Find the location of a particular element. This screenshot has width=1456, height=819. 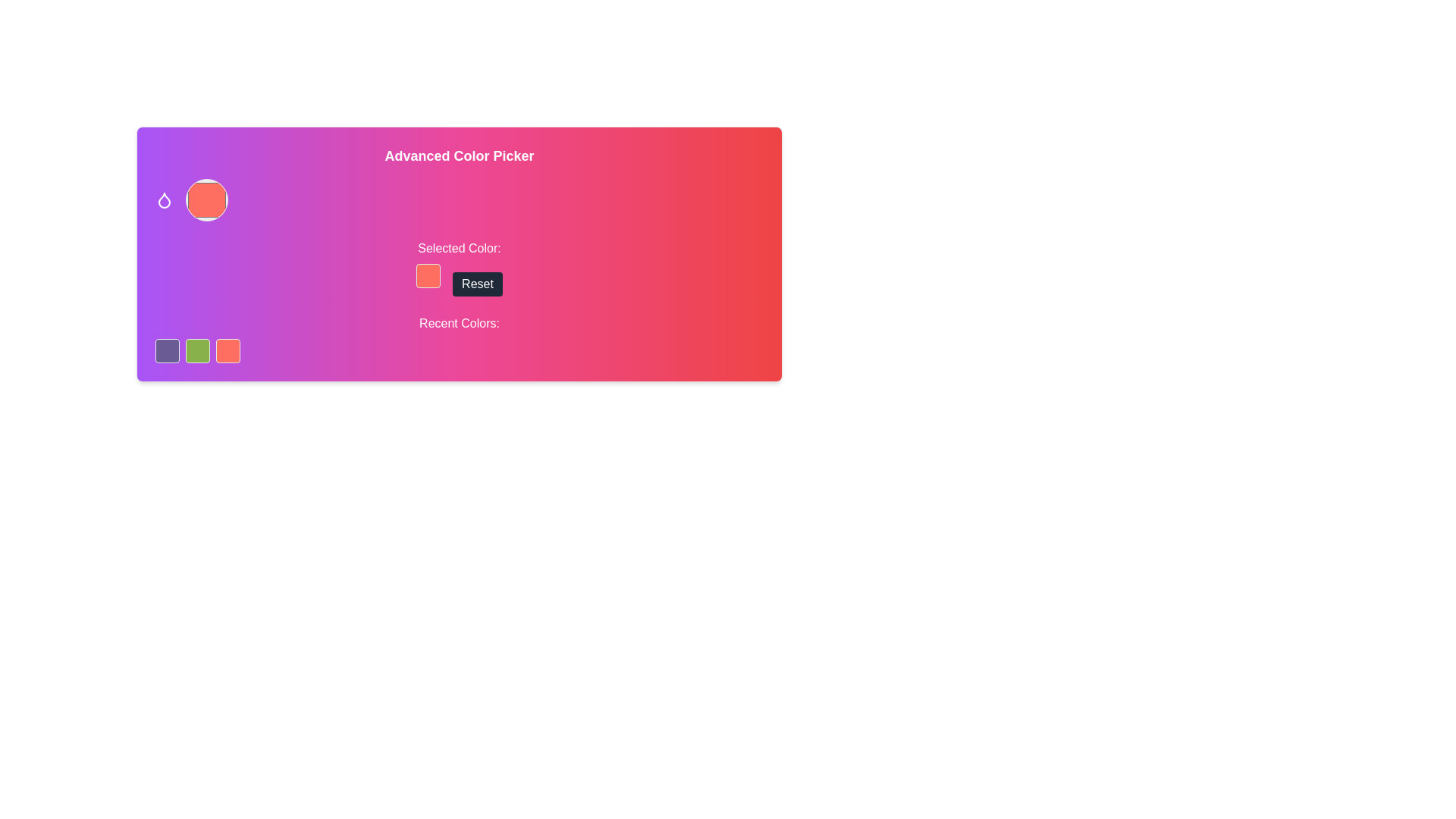

the color selection box, which is the first of three horizontally arranged elements in the bottom-left section of the colorful interface panel is located at coordinates (167, 350).